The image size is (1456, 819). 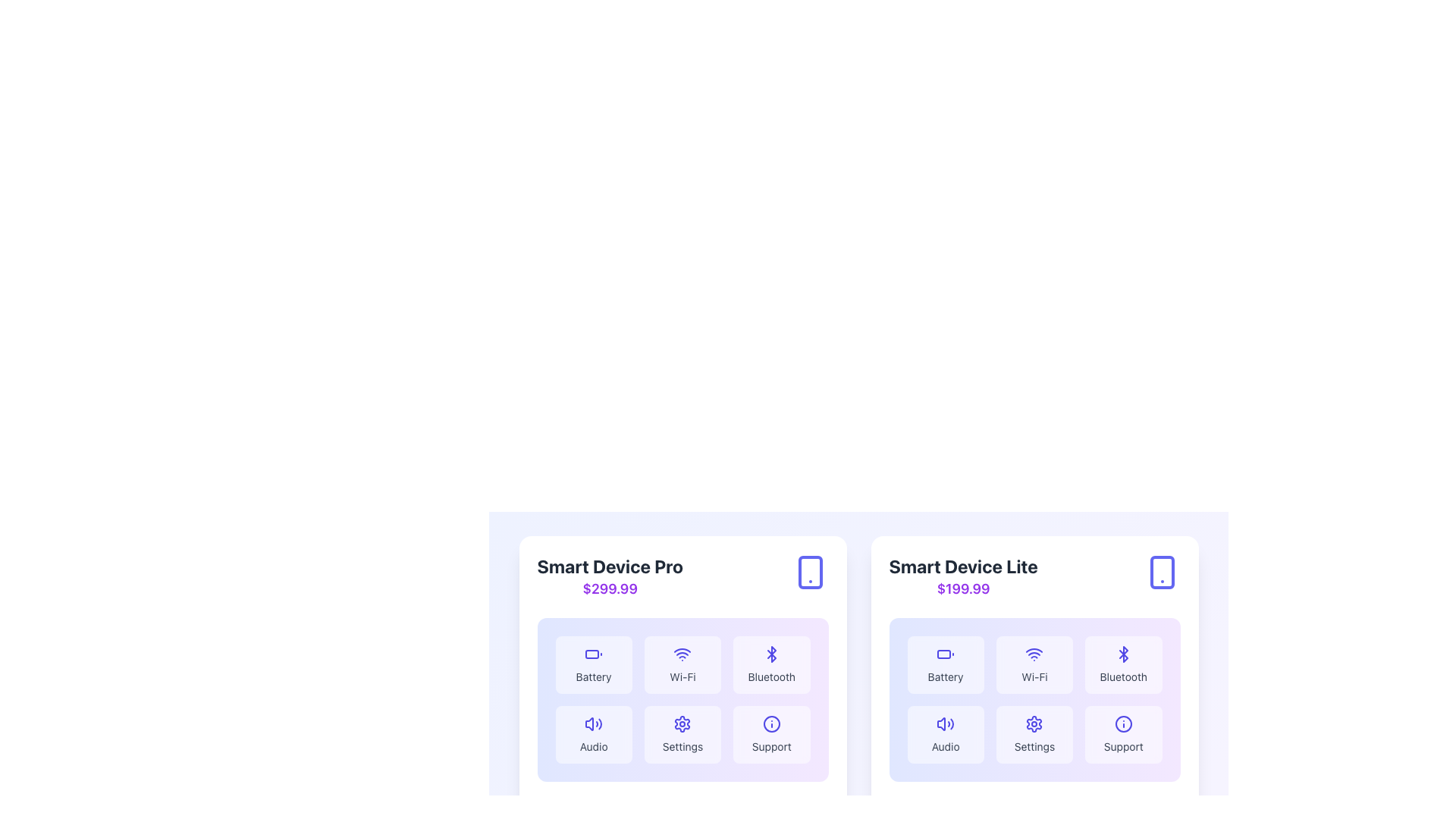 I want to click on the 'Audio' text label, which is a small gray text positioned centrally below a speaker icon in the 'Smart Device Lite' section, so click(x=945, y=745).